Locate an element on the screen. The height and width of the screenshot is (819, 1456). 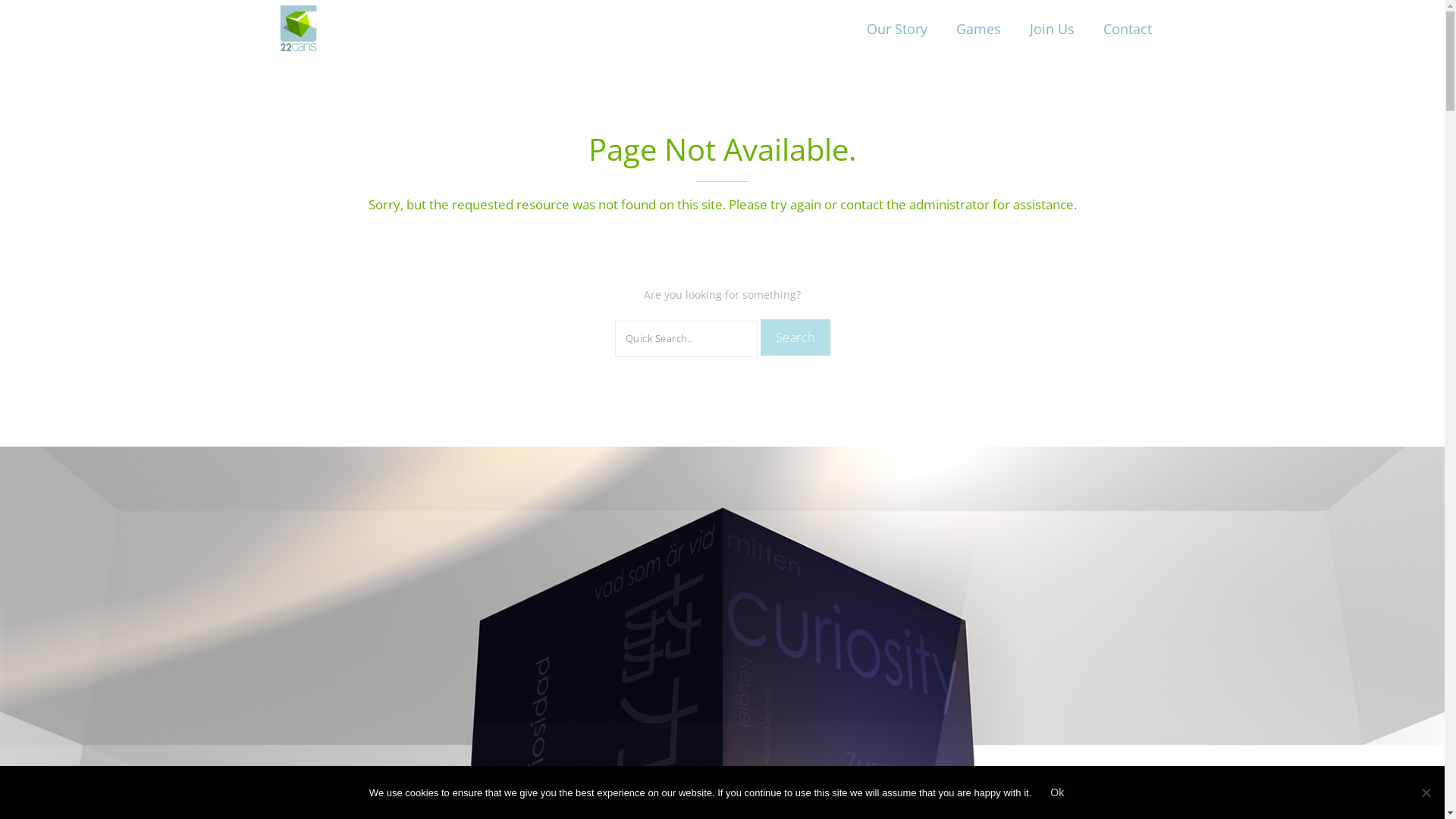
'Join Us' is located at coordinates (1050, 28).